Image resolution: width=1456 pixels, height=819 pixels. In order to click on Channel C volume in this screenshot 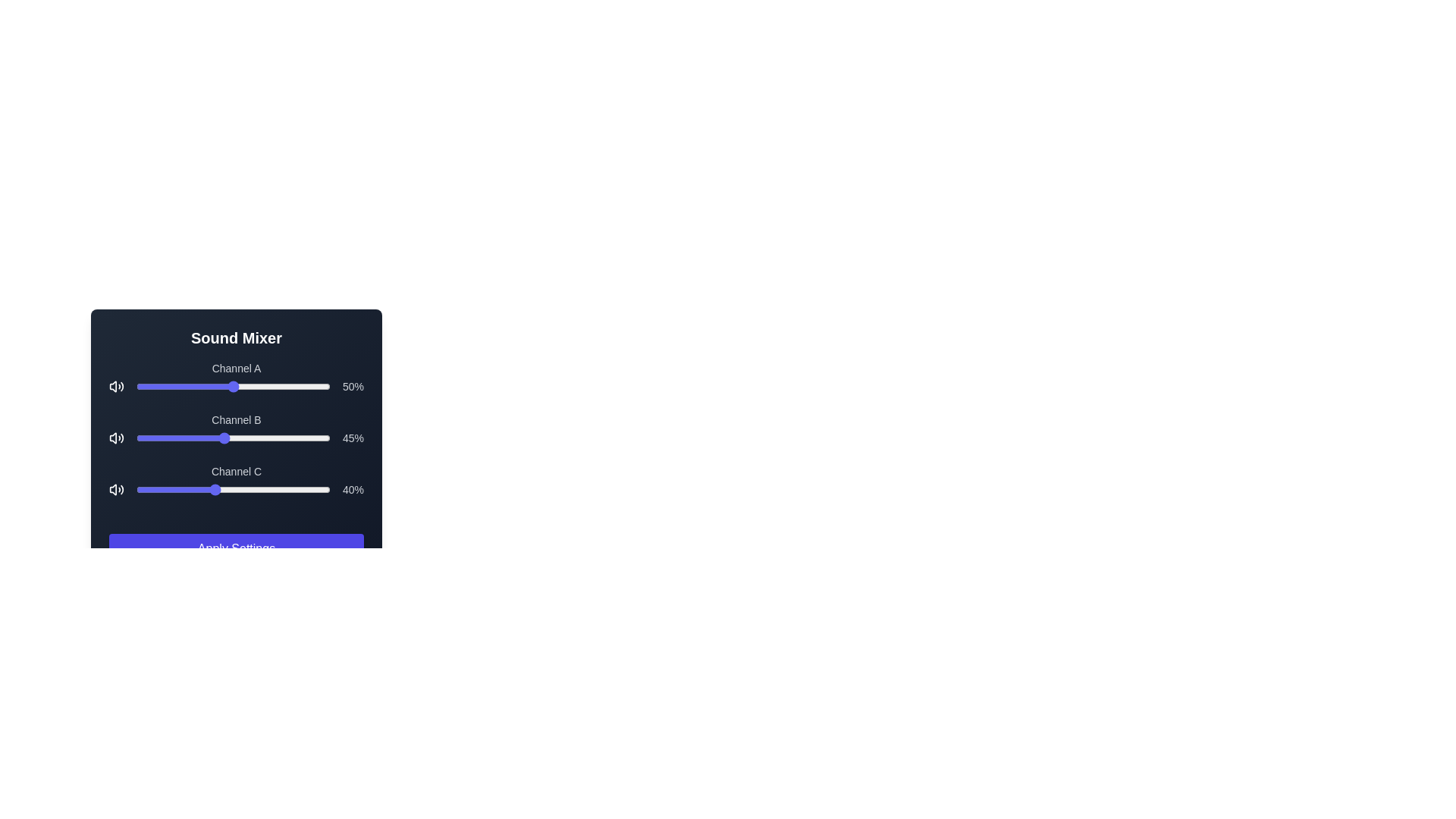, I will do `click(224, 489)`.